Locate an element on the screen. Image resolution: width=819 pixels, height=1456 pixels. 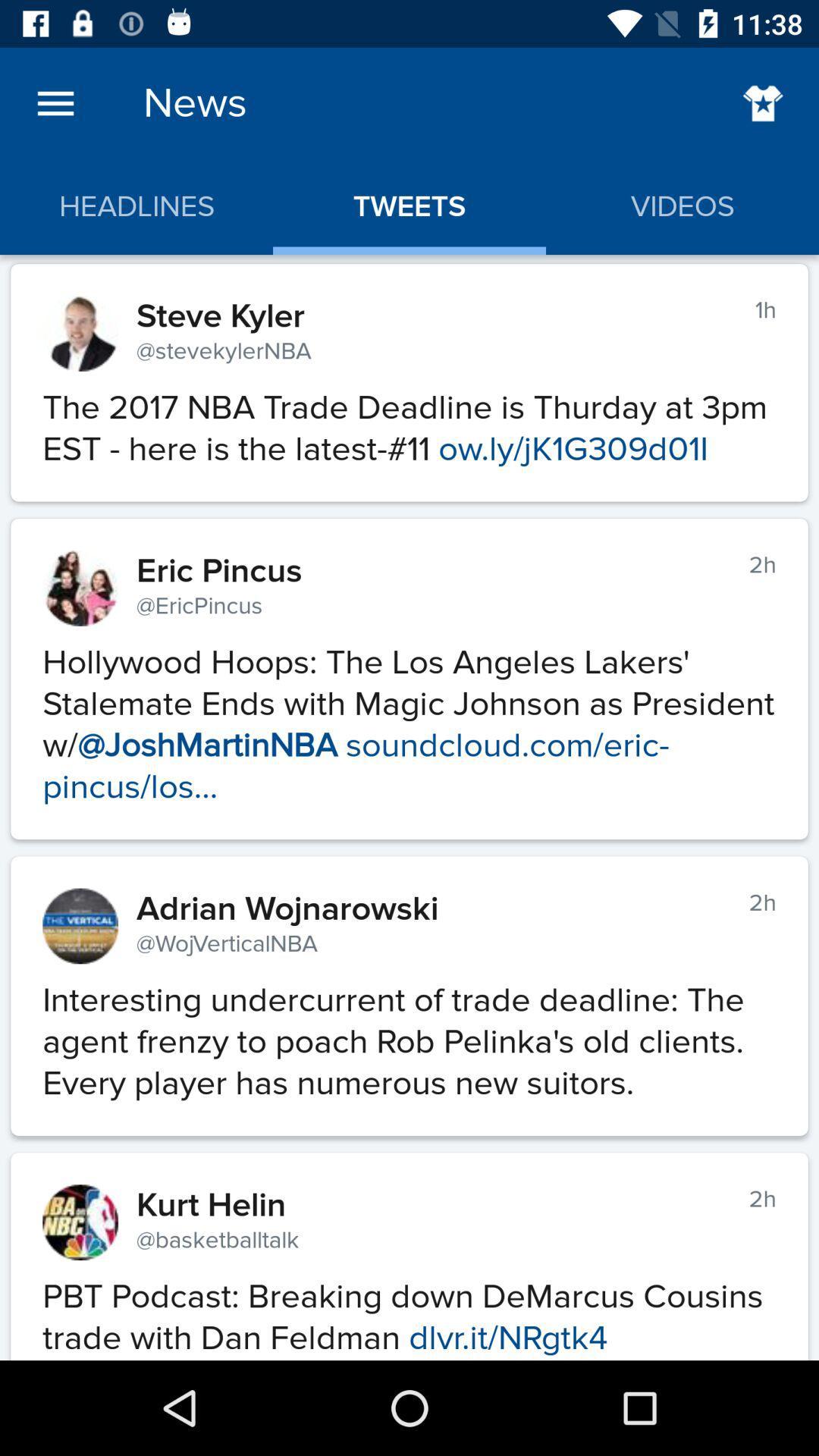
item next to tweets item is located at coordinates (763, 102).